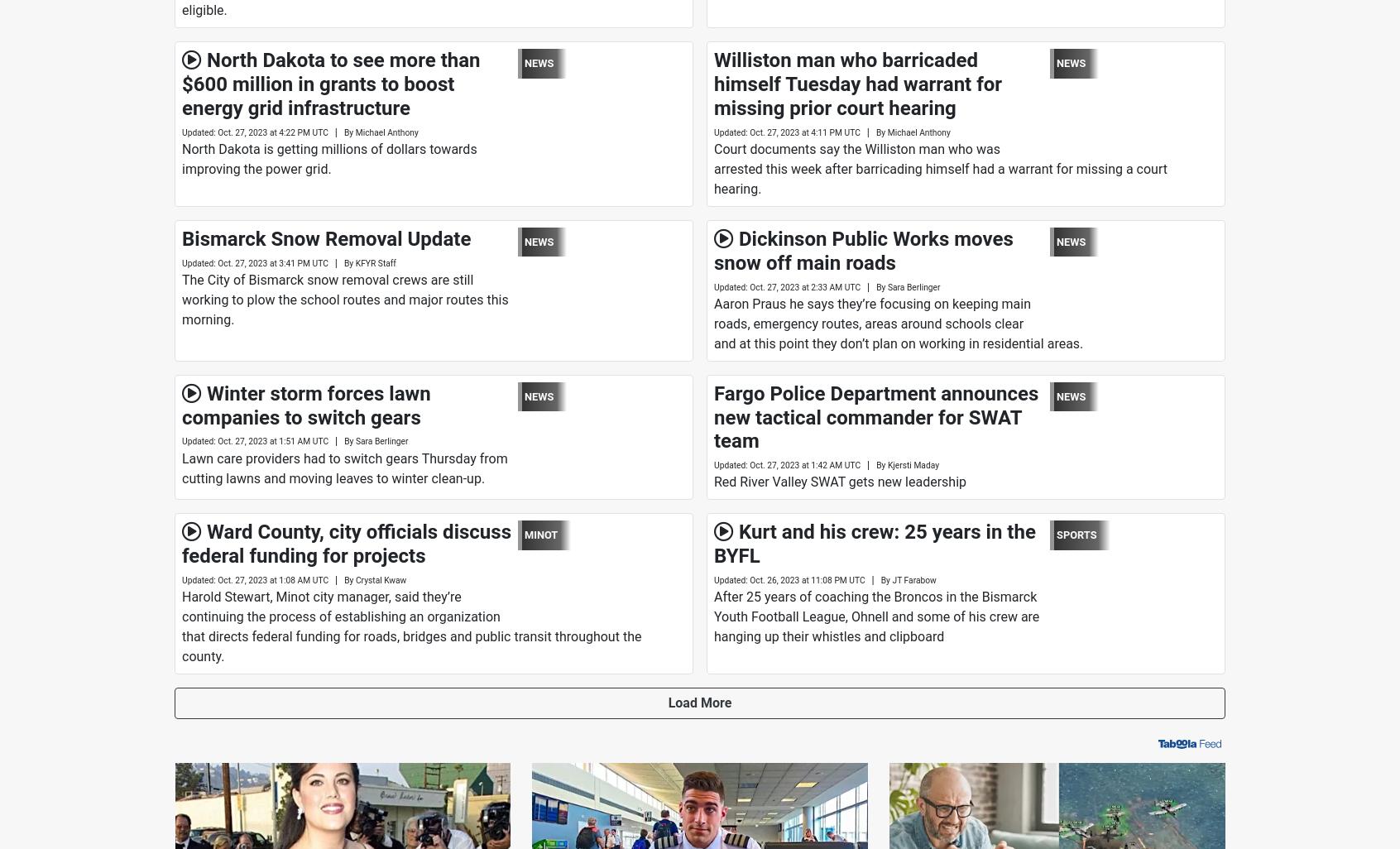 This screenshot has width=1400, height=849. Describe the element at coordinates (857, 83) in the screenshot. I see `'Williston man who barricaded himself Tuesday had warrant for missing prior court hearing'` at that location.